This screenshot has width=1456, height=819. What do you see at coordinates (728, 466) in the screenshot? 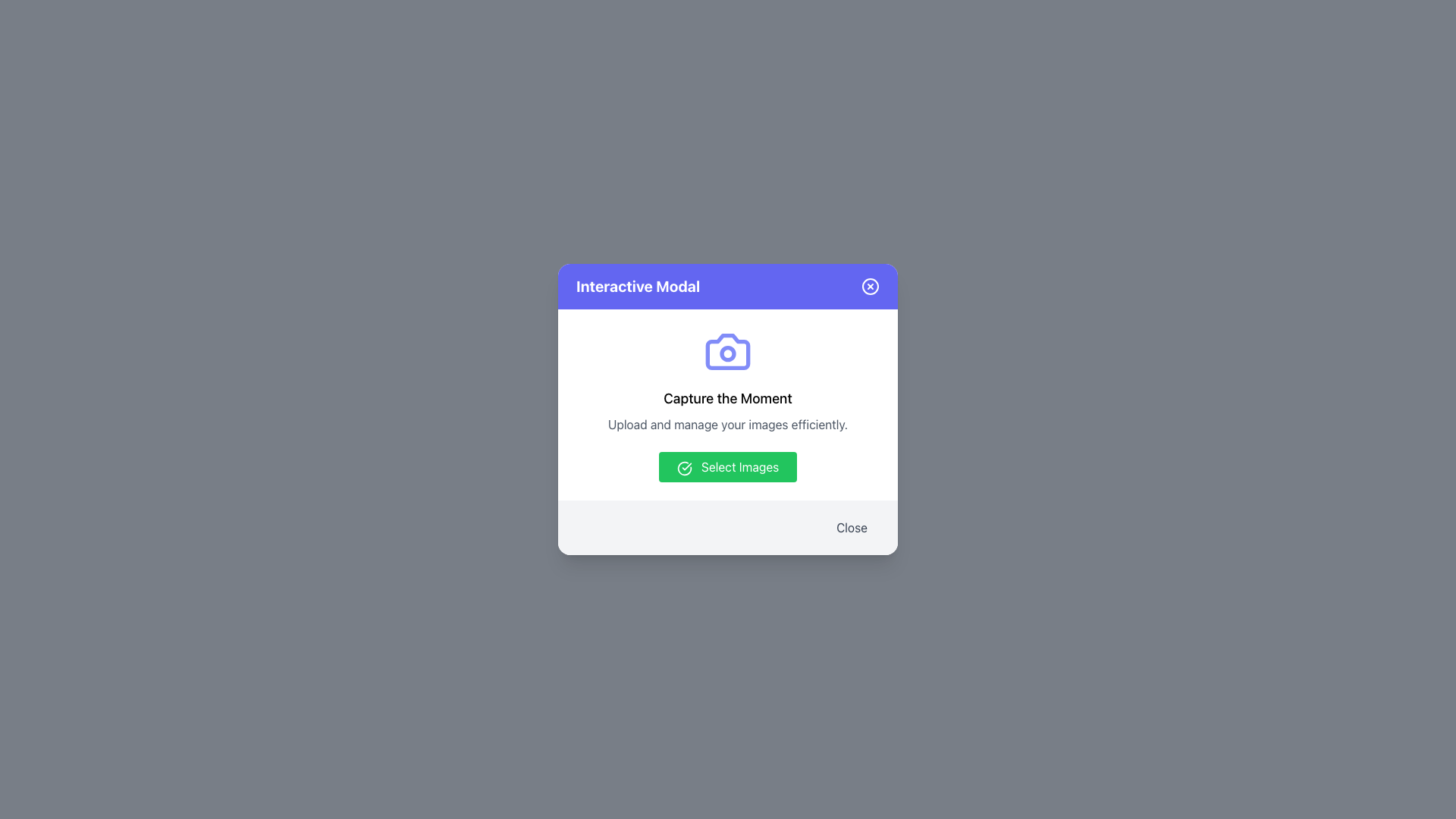
I see `the 'Select Images' button, which is a green rectangular button with rounded corners and contains a checkmark icon` at bounding box center [728, 466].